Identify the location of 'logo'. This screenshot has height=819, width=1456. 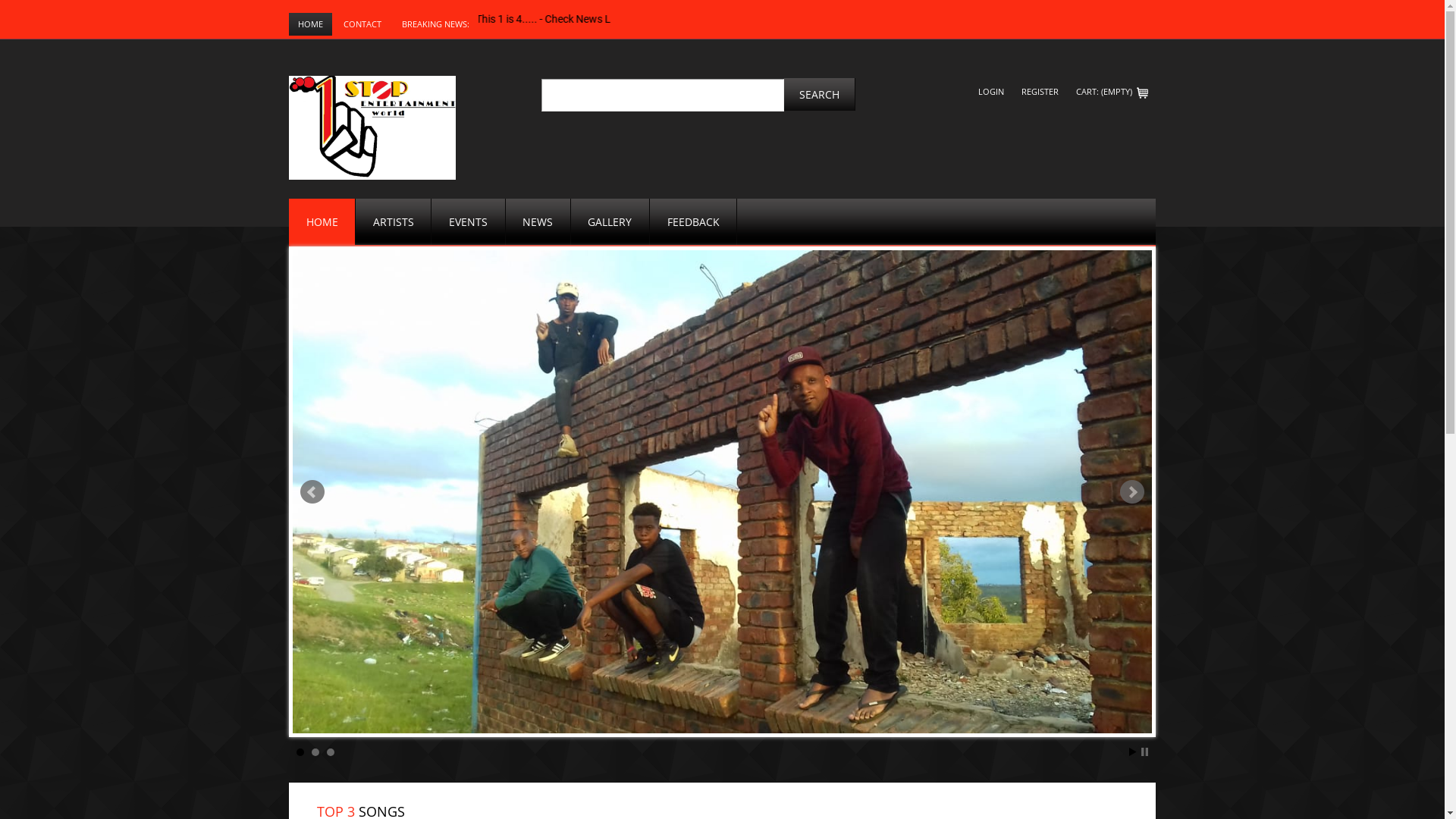
(372, 127).